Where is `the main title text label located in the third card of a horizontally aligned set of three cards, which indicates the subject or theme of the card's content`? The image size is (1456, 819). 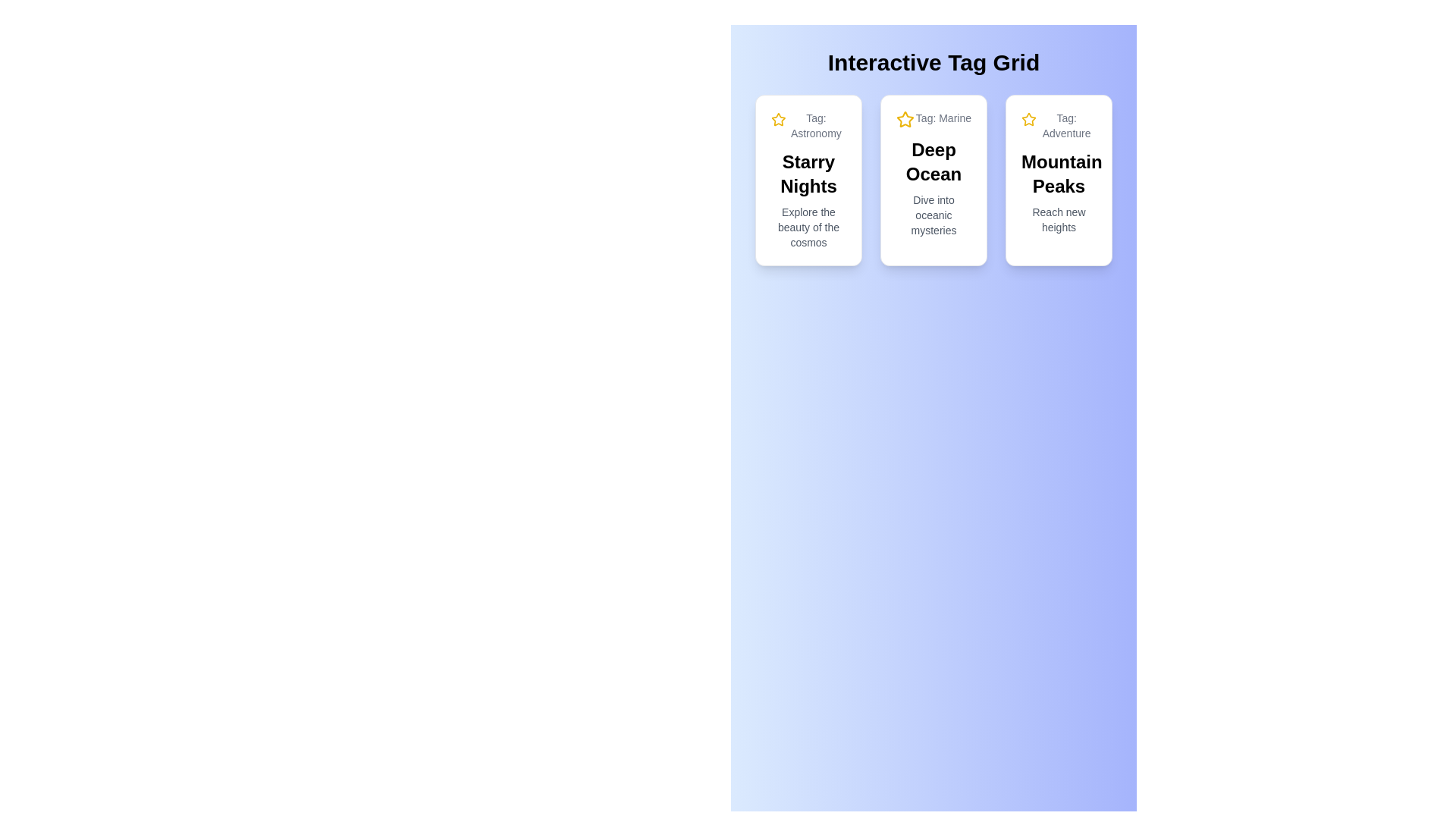
the main title text label located in the third card of a horizontally aligned set of three cards, which indicates the subject or theme of the card's content is located at coordinates (1058, 174).